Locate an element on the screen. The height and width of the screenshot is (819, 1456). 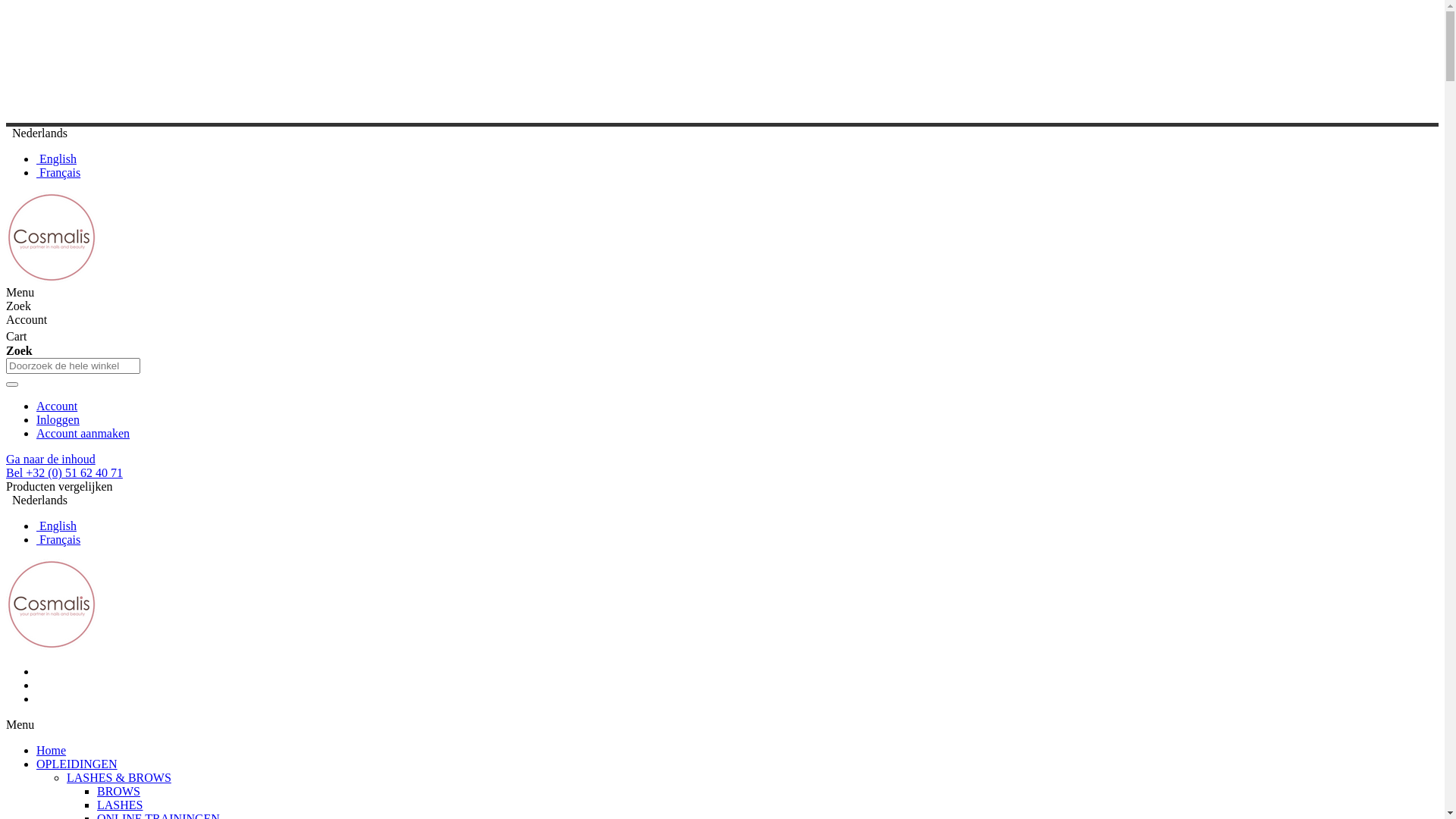
' English' is located at coordinates (56, 525).